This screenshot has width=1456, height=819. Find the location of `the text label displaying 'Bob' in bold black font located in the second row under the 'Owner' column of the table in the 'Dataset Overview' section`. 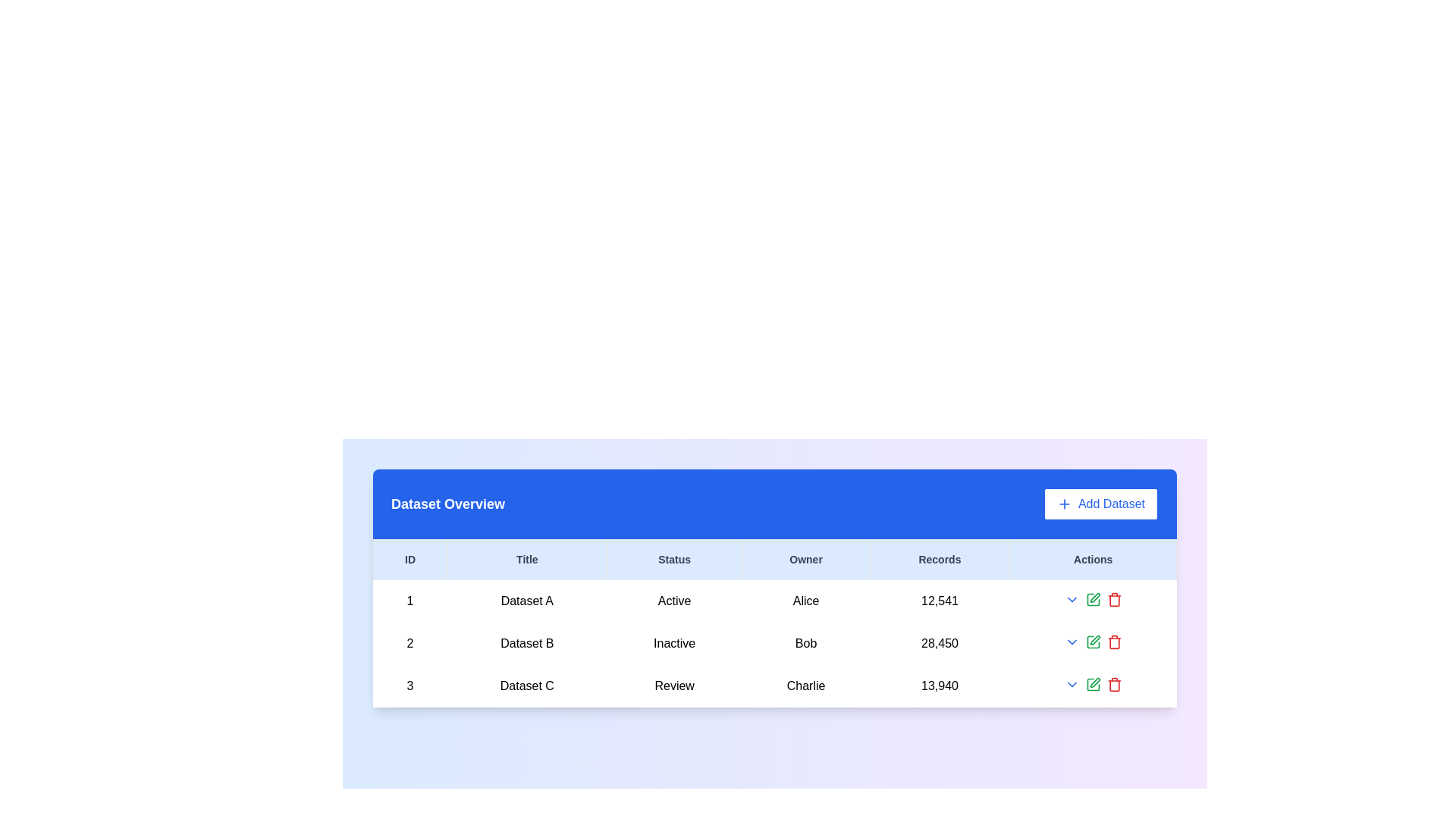

the text label displaying 'Bob' in bold black font located in the second row under the 'Owner' column of the table in the 'Dataset Overview' section is located at coordinates (805, 643).